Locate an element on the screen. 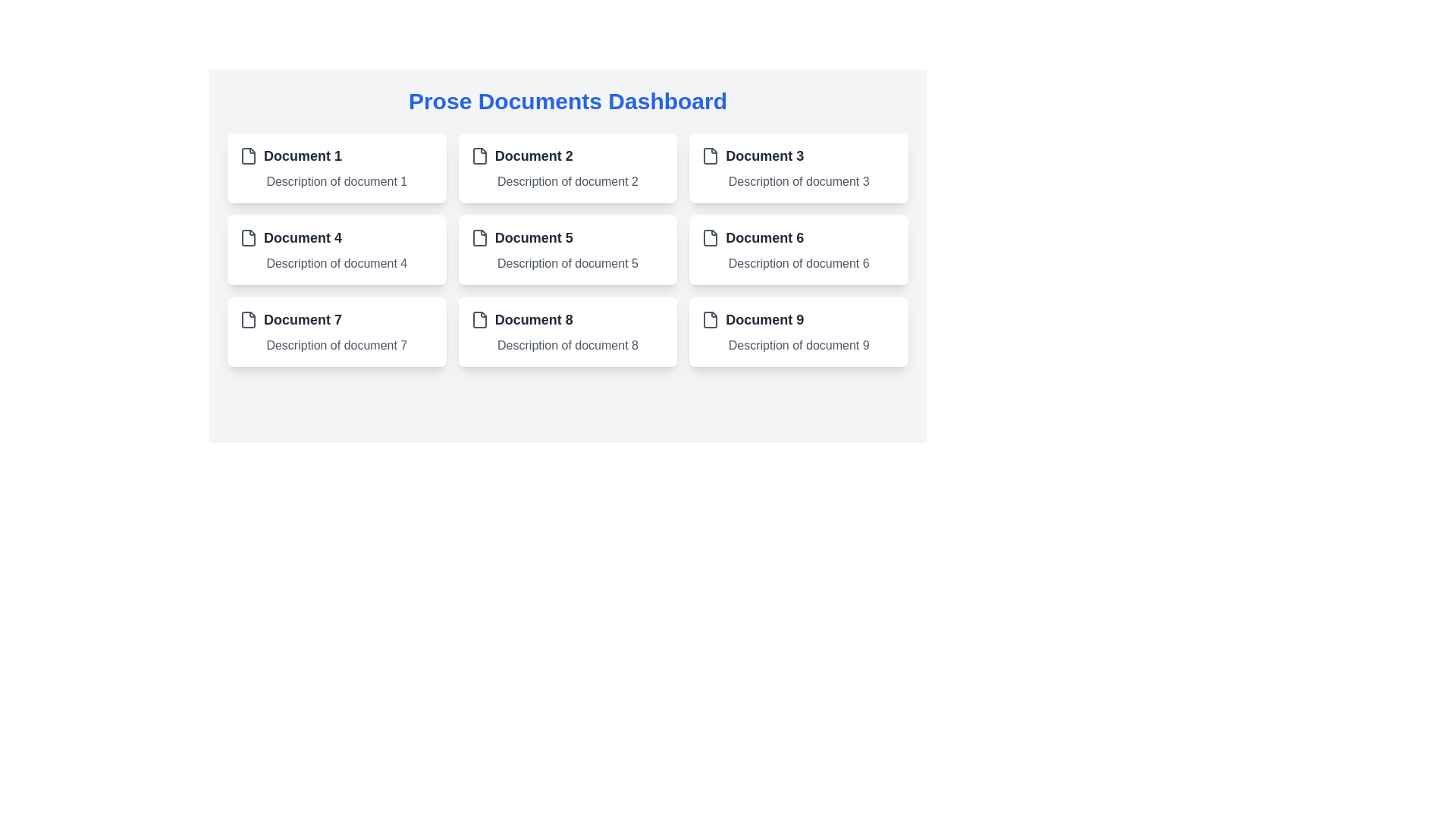  the text label displaying 'Document 2', which is styled in bold and dark gray, located next to a document icon in the second card of the top row in a grid layout is located at coordinates (534, 155).